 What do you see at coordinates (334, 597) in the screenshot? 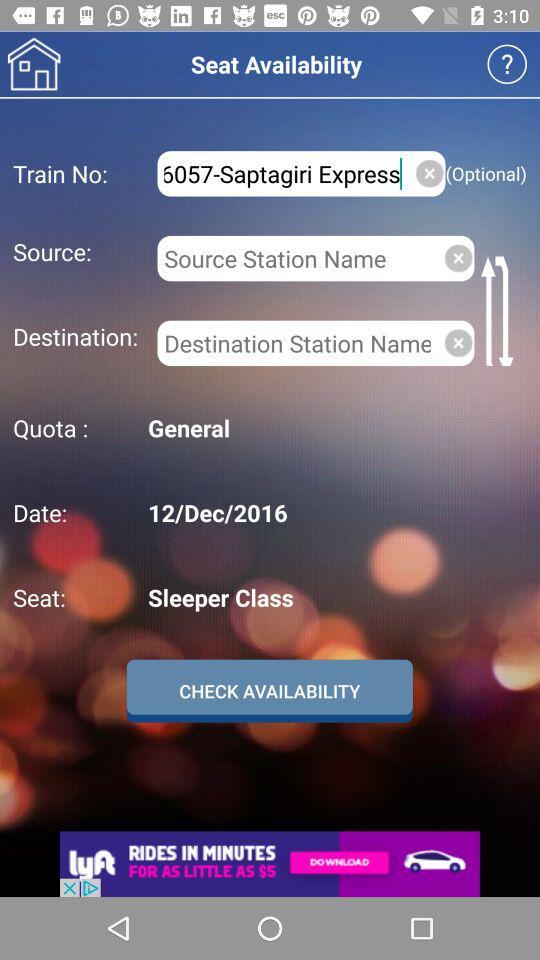
I see `icon below 12/dec/2016 icon` at bounding box center [334, 597].